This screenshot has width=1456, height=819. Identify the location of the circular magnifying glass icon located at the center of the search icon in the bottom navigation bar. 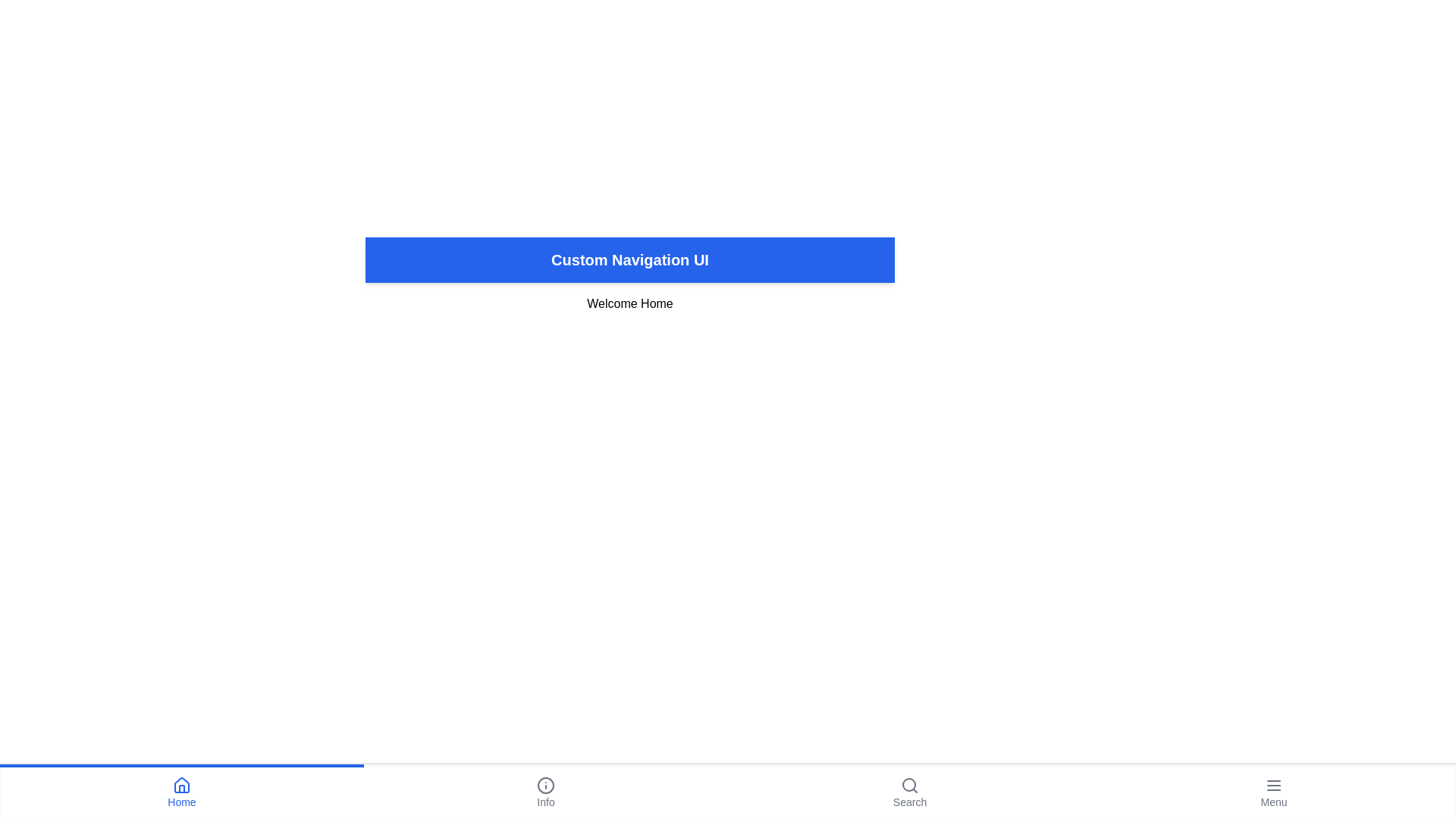
(909, 784).